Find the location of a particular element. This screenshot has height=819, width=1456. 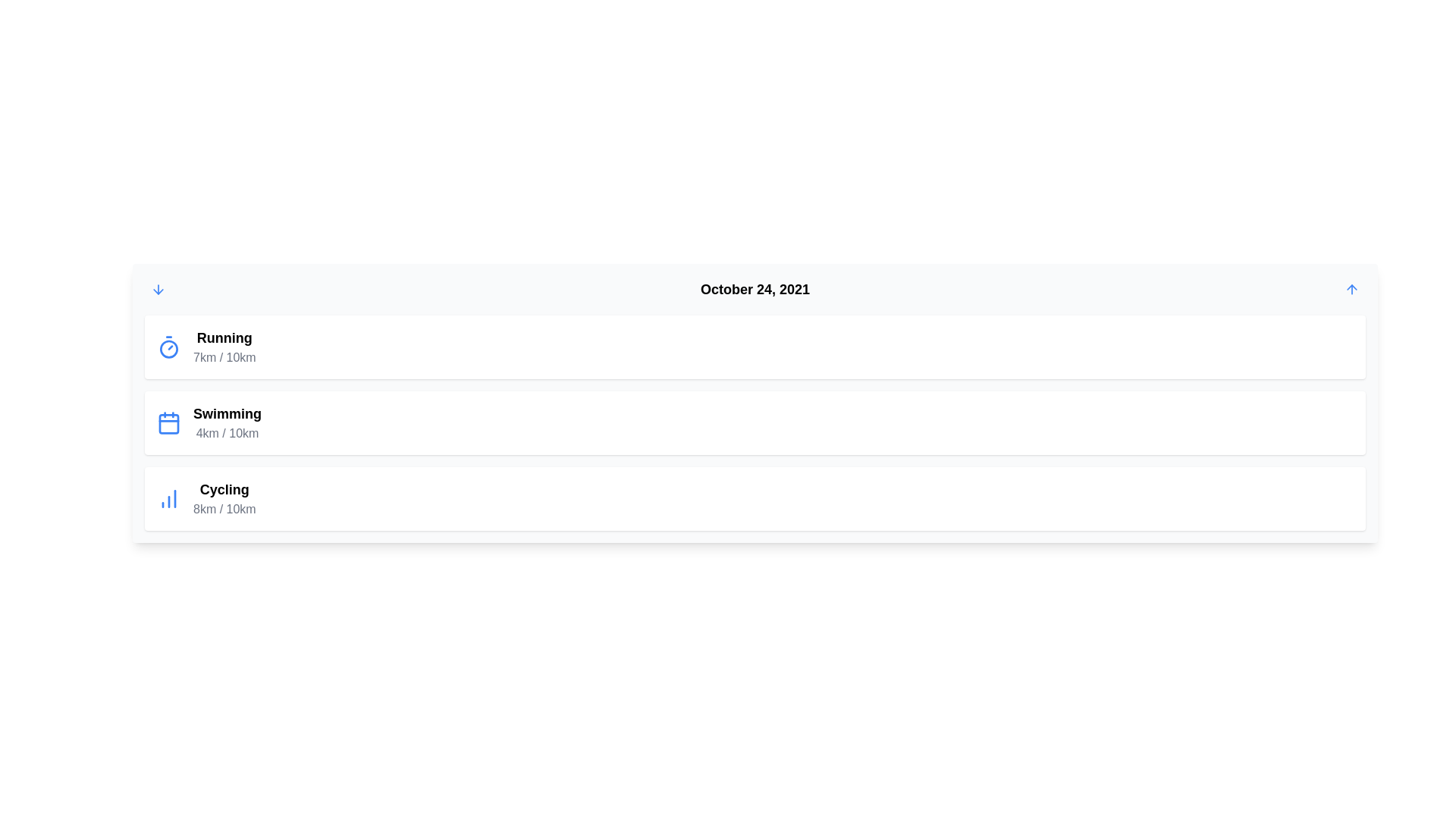

the label displaying 'Cycling' and '8km / 10km' located at the bottom section of the interface is located at coordinates (224, 499).